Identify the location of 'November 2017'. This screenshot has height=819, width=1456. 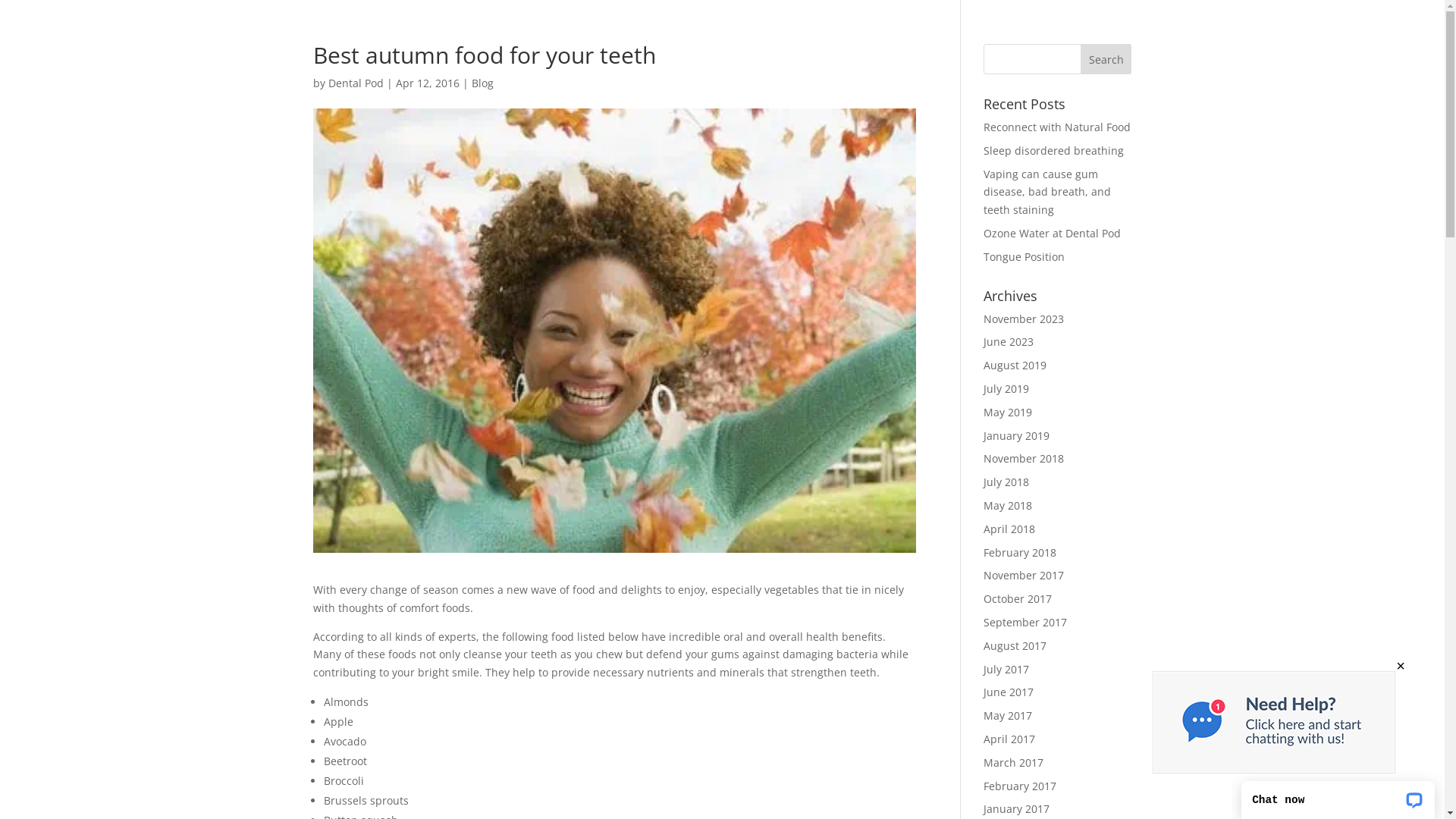
(1023, 575).